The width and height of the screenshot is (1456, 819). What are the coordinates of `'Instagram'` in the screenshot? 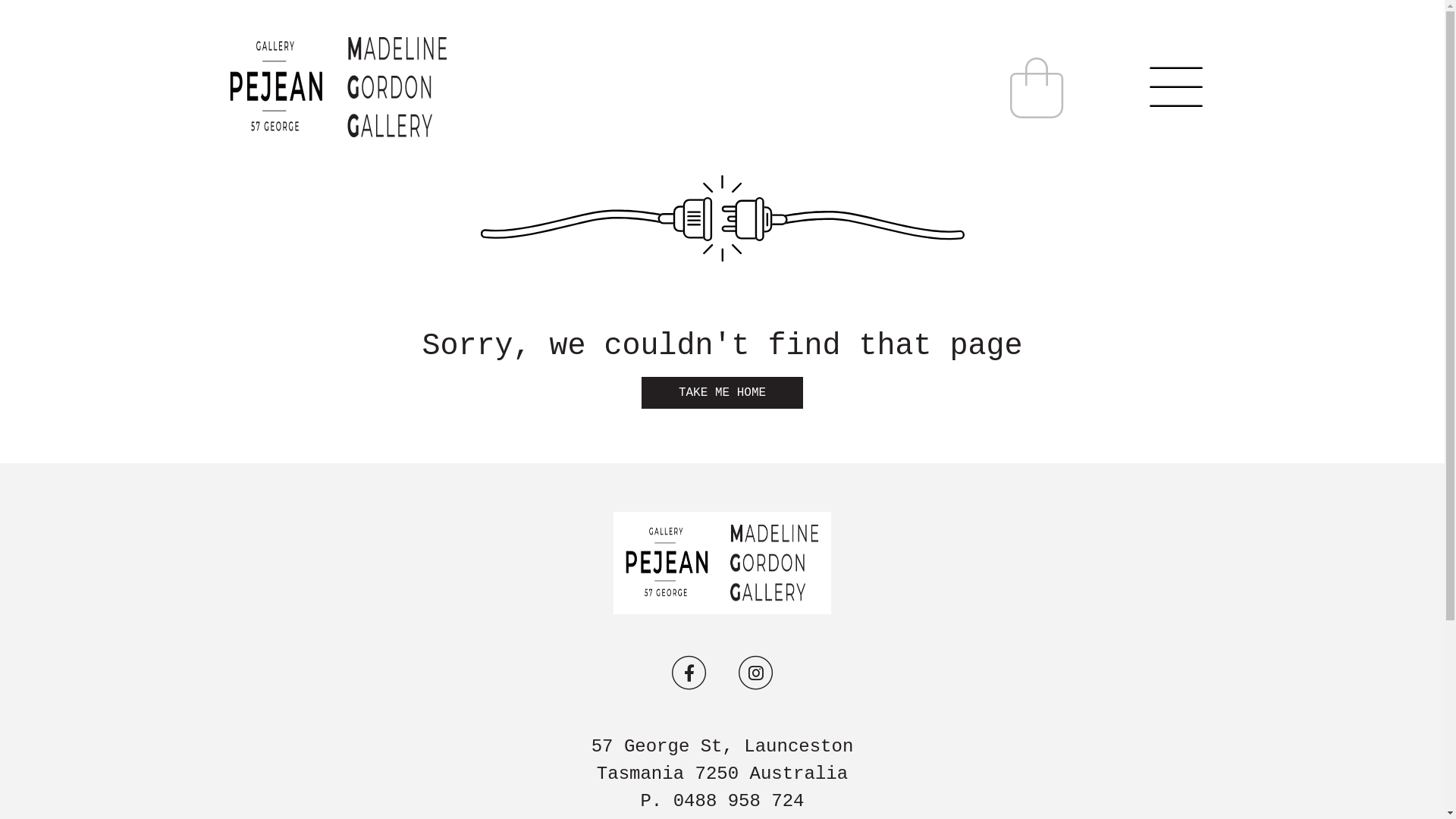 It's located at (755, 673).